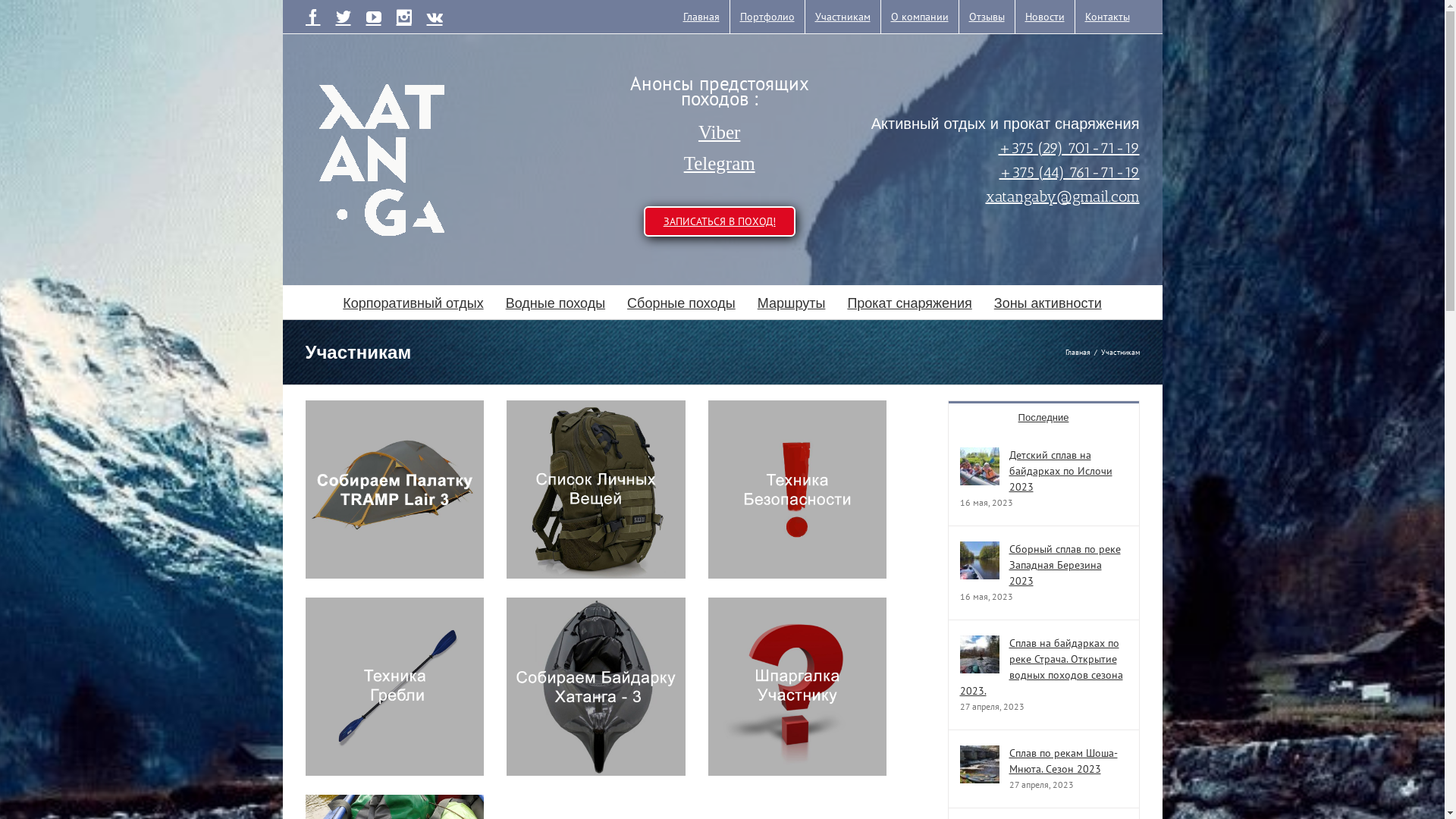 The width and height of the screenshot is (1456, 819). I want to click on 'xatangaby@gmail.com', so click(1062, 195).